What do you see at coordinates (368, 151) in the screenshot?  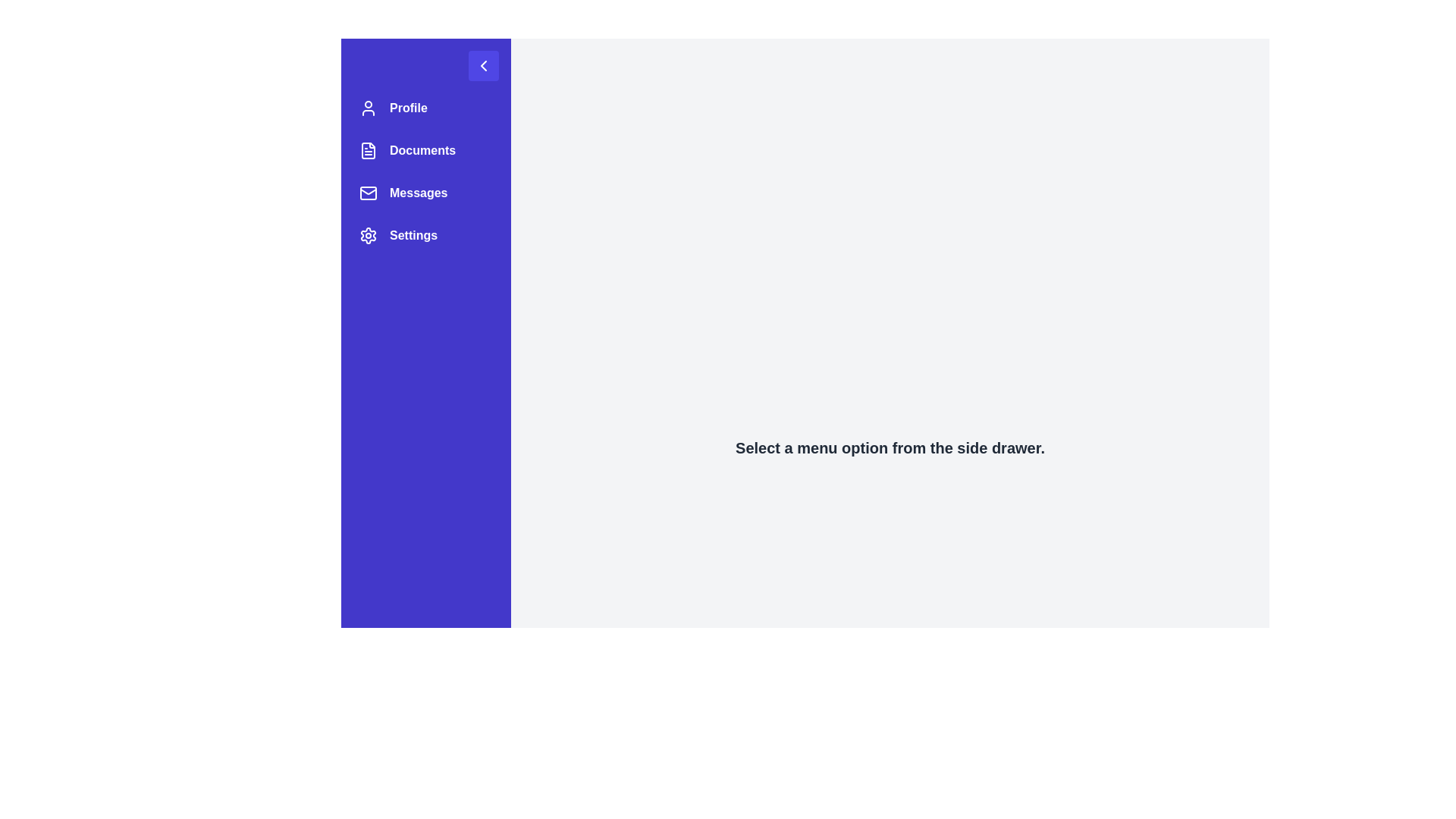 I see `the sidebar menu icon labeled 'Documents', which is a rectangular icon with rounded corners in a purple color palette, positioned between 'Profile' and 'Messages'` at bounding box center [368, 151].